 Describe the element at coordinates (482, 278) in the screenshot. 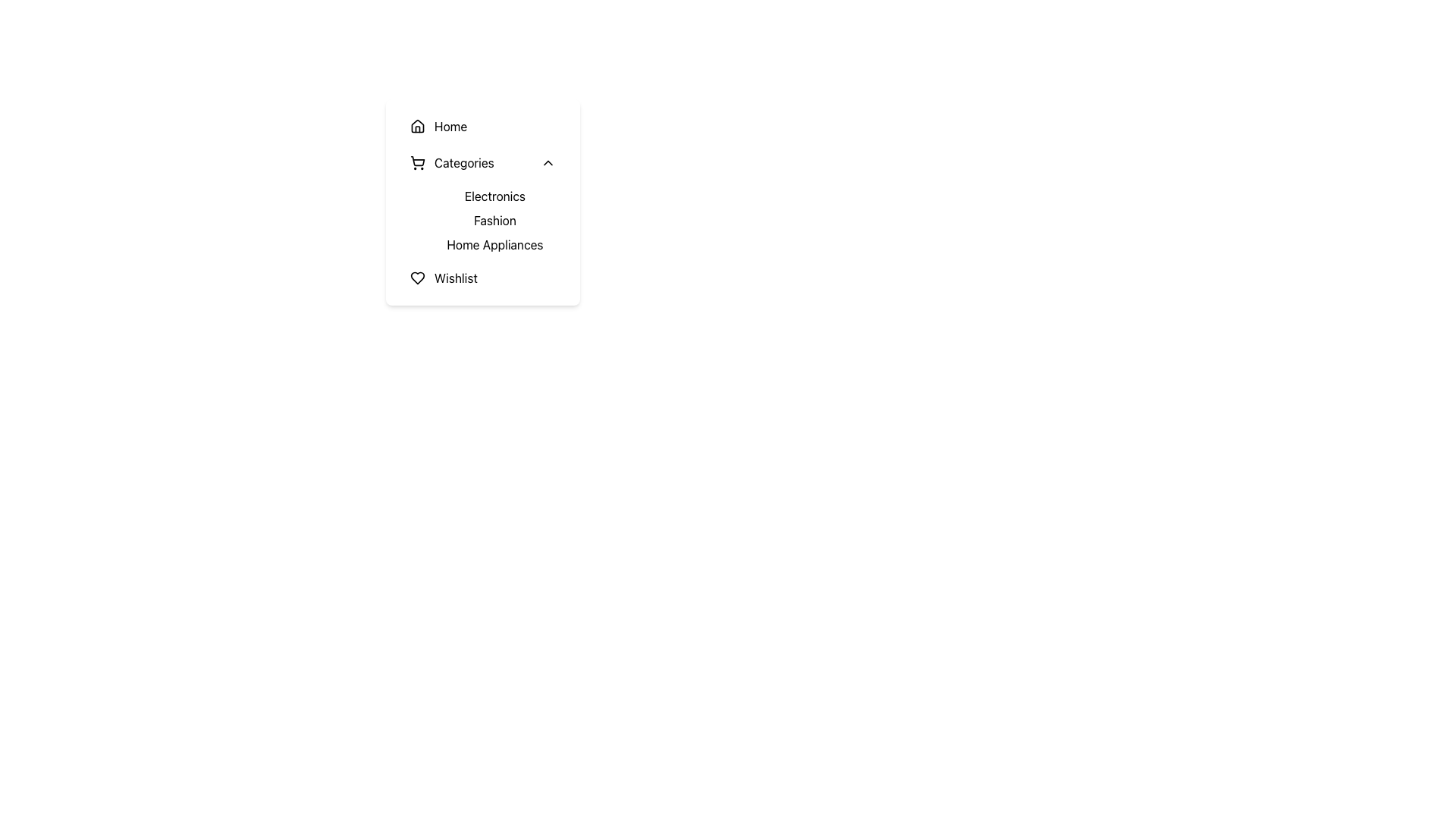

I see `the 'Wishlist' menu item, which is the last item in a vertical list of menu items, including 'Home', 'Categories', 'Electronics', 'Fashion', and 'Home Appliances'` at that location.